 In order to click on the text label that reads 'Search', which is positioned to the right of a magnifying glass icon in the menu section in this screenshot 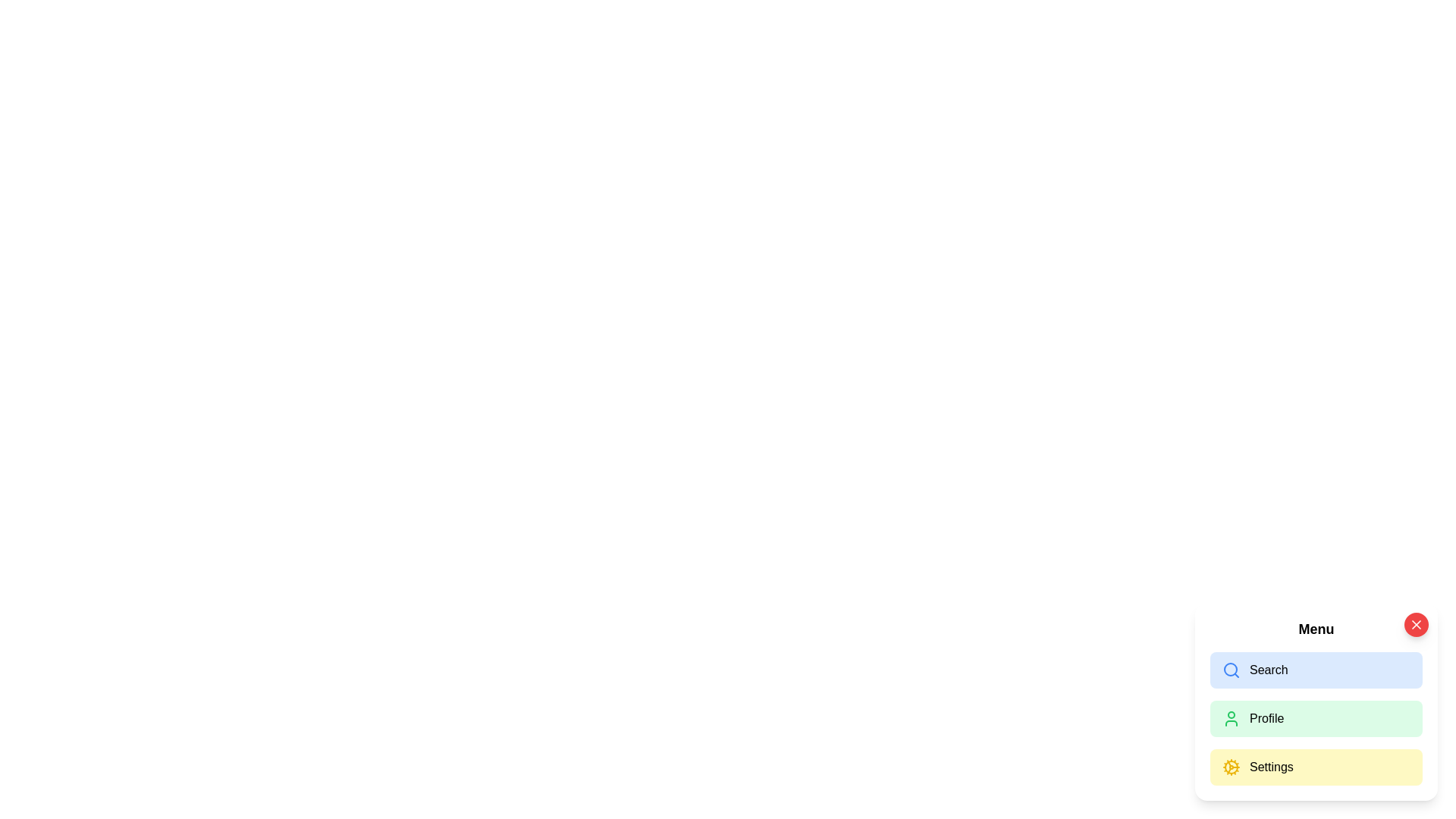, I will do `click(1269, 669)`.